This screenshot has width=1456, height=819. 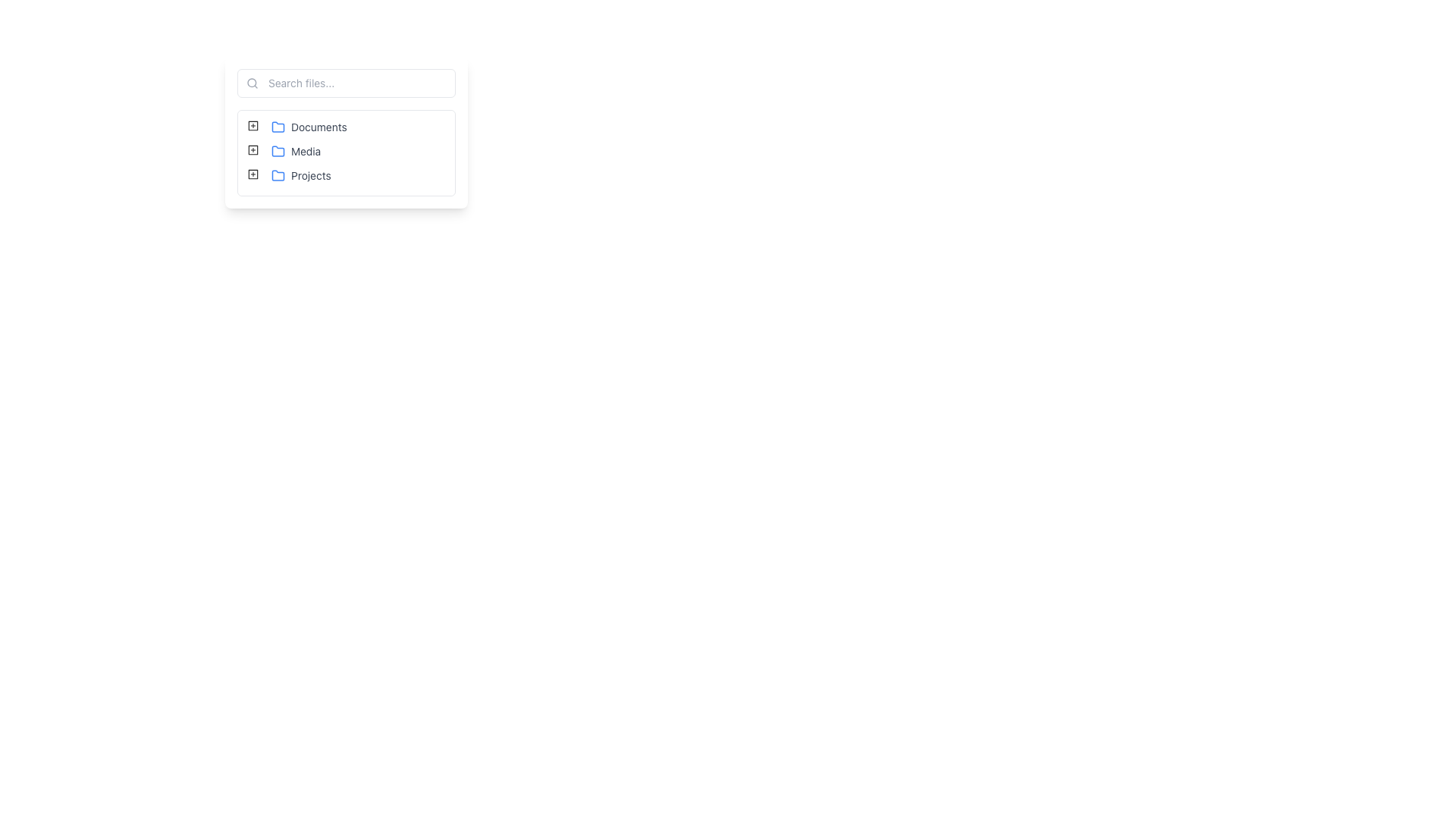 I want to click on the square-shaped icon located to the left of the 'Projects' label in the folder list, so click(x=253, y=174).